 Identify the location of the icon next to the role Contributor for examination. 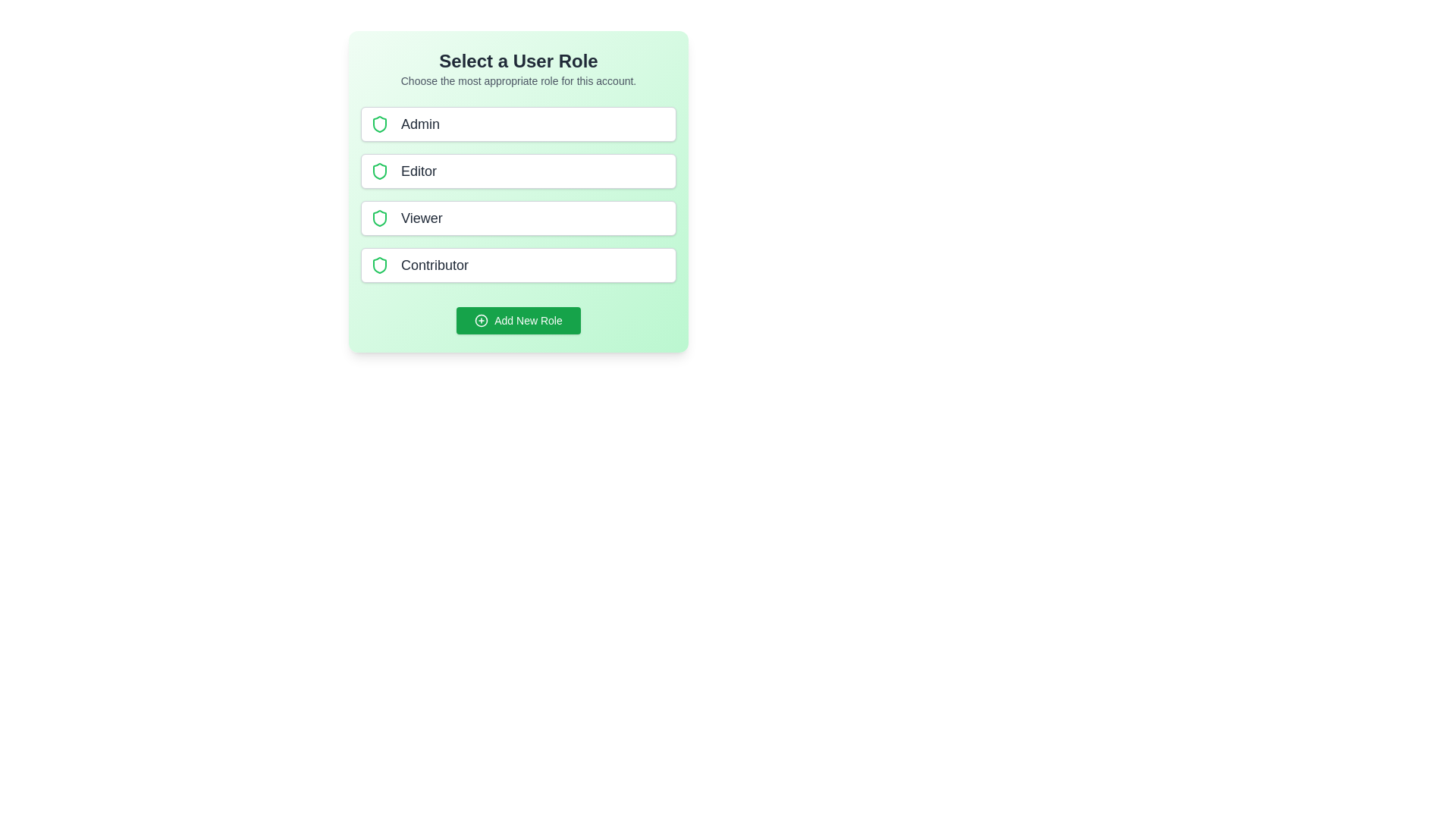
(379, 265).